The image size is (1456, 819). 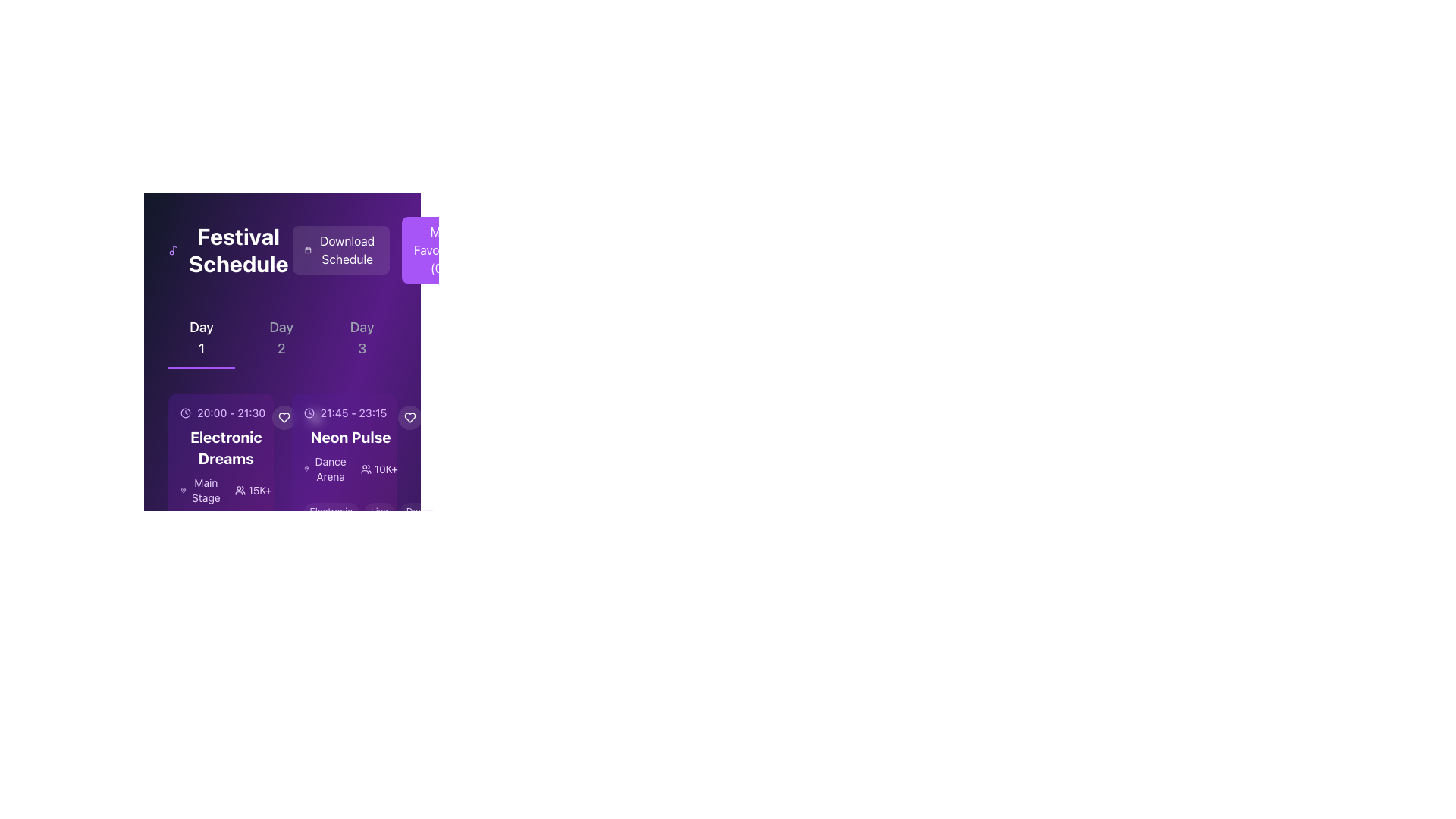 I want to click on the share button located to the right of the 'Neon Pulse' event listing, so click(x=439, y=418).